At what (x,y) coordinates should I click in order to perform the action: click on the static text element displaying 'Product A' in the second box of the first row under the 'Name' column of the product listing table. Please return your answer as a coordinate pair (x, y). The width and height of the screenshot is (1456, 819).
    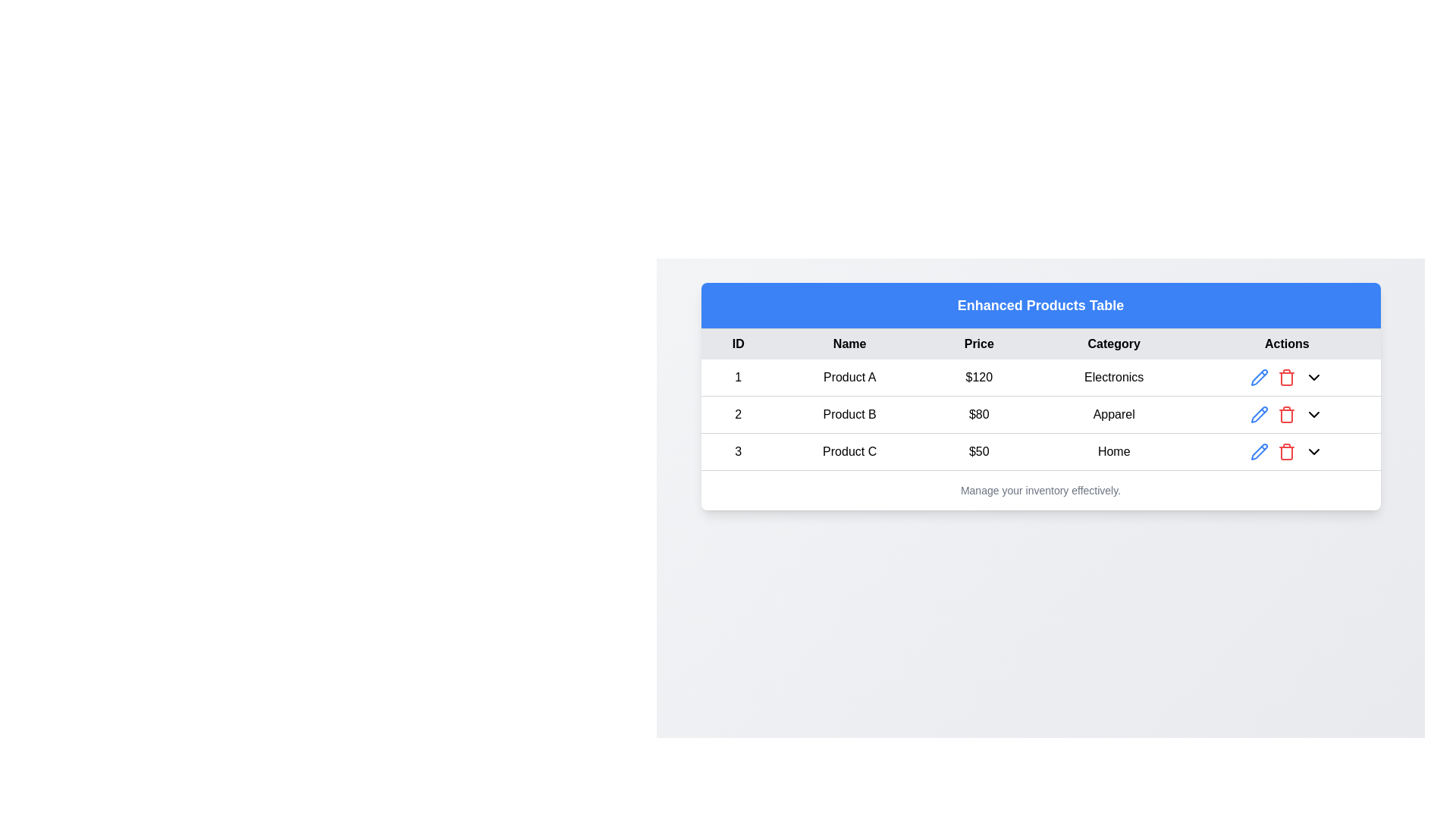
    Looking at the image, I should click on (849, 377).